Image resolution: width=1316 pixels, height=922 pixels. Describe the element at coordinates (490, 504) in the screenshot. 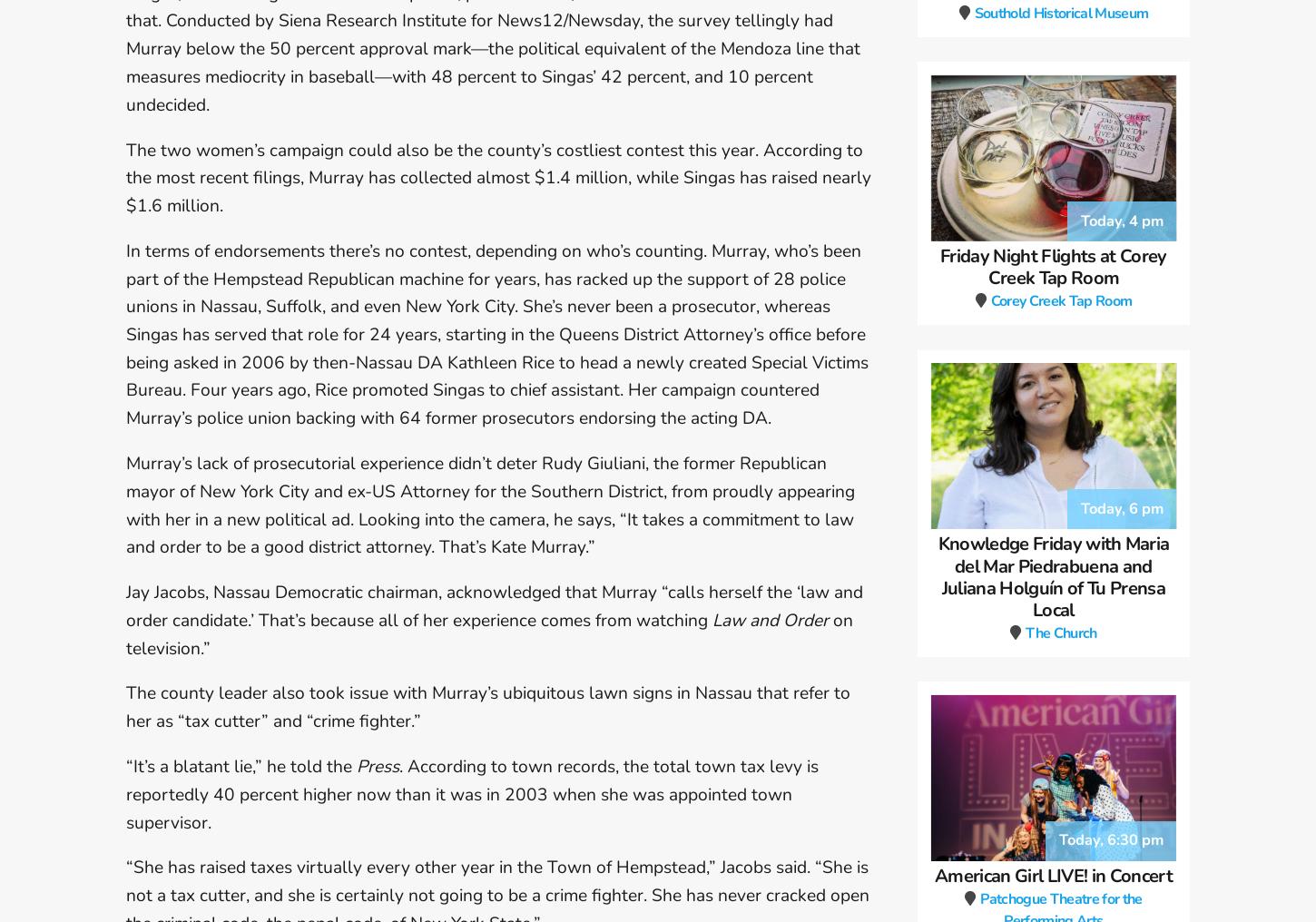

I see `'Murray’s lack of prosecutorial experience didn’t deter Rudy Giuliani, the former Republican mayor of New York City and ex-US Attorney for the Southern District, from proudly appearing with her in a new political ad. Looking into the camera, he says, “It takes a commitment to law and order to be a good district attorney. That’s Kate Murray.”'` at that location.